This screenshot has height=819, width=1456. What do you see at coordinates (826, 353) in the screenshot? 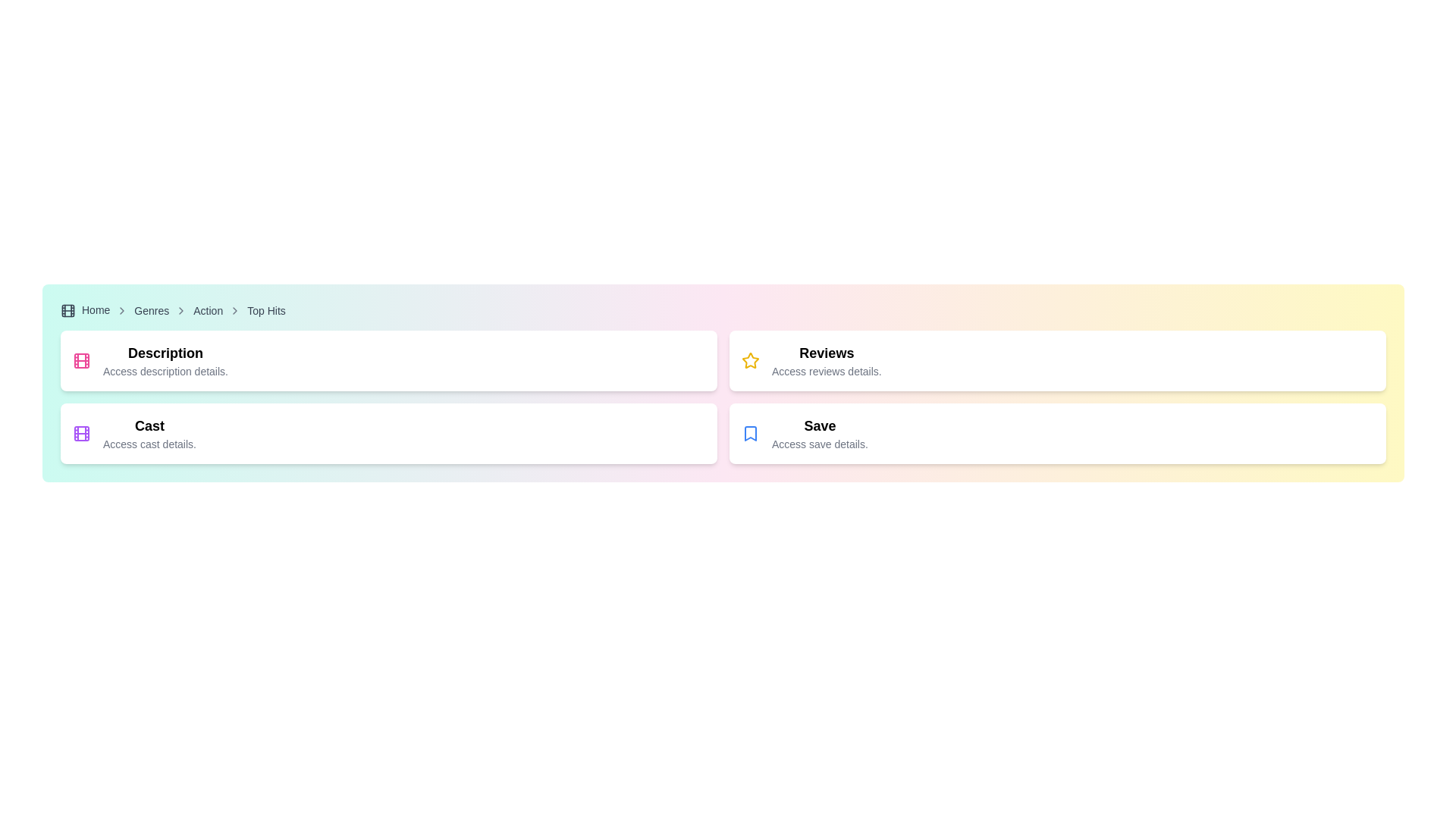
I see `the label that serves as a title for the reviews section, positioned above 'Access reviews details.' and next to a star icon` at bounding box center [826, 353].